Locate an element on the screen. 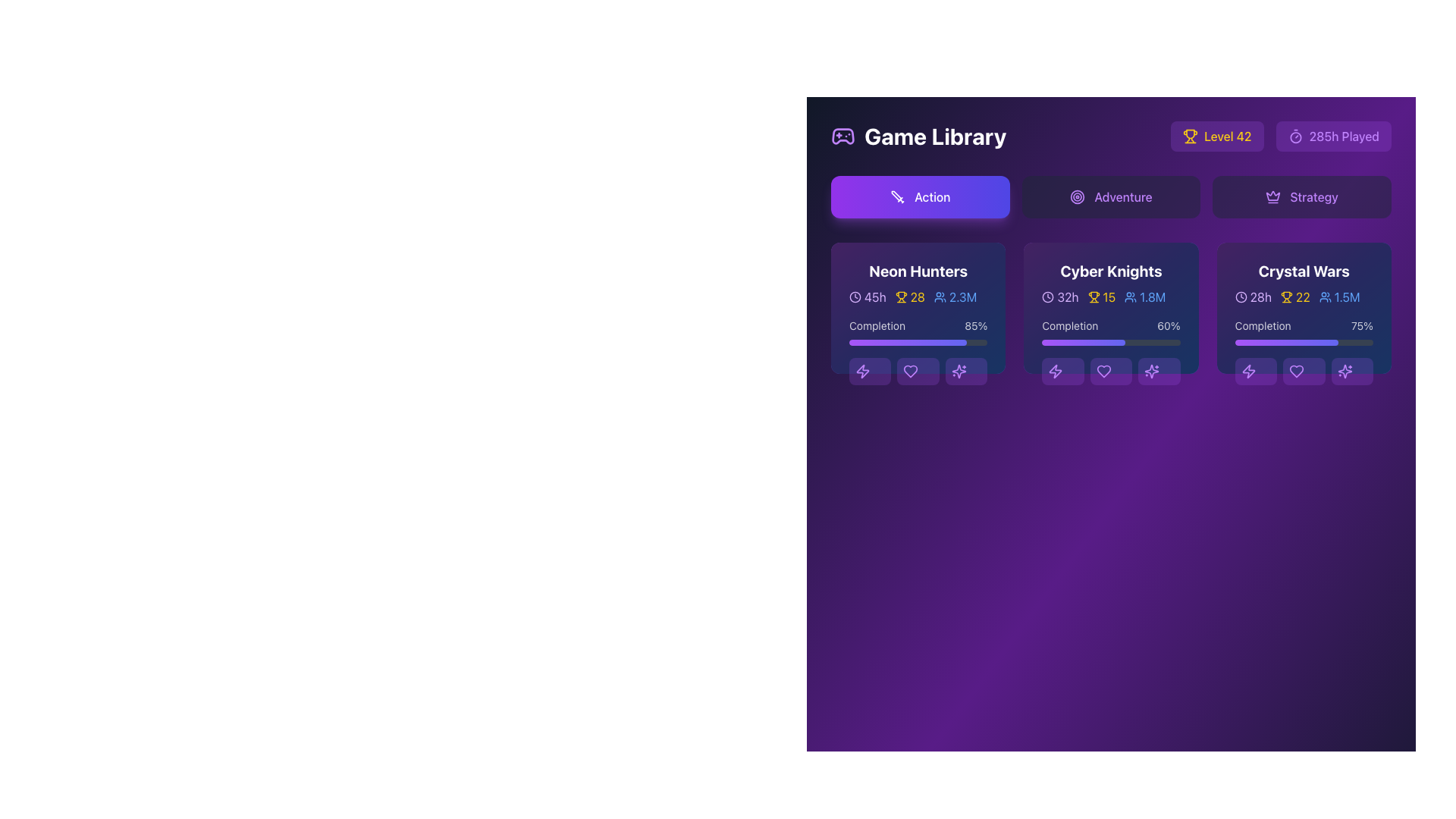 The image size is (1456, 819). the first button/icon with a lightning bolt design in the 'Neon Hunters' panel is located at coordinates (862, 371).